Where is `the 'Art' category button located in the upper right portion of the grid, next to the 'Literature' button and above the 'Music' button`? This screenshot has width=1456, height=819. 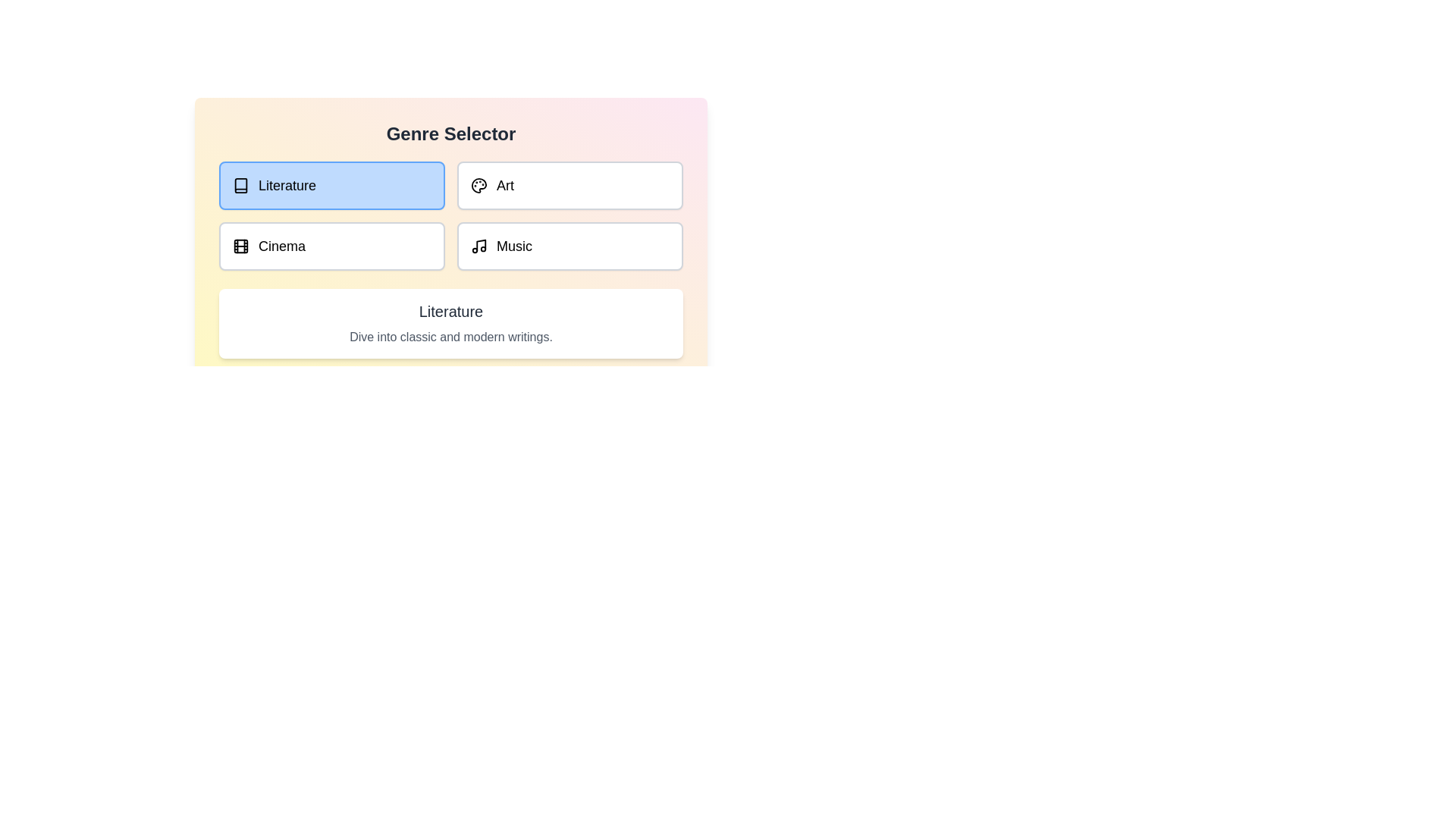 the 'Art' category button located in the upper right portion of the grid, next to the 'Literature' button and above the 'Music' button is located at coordinates (570, 185).